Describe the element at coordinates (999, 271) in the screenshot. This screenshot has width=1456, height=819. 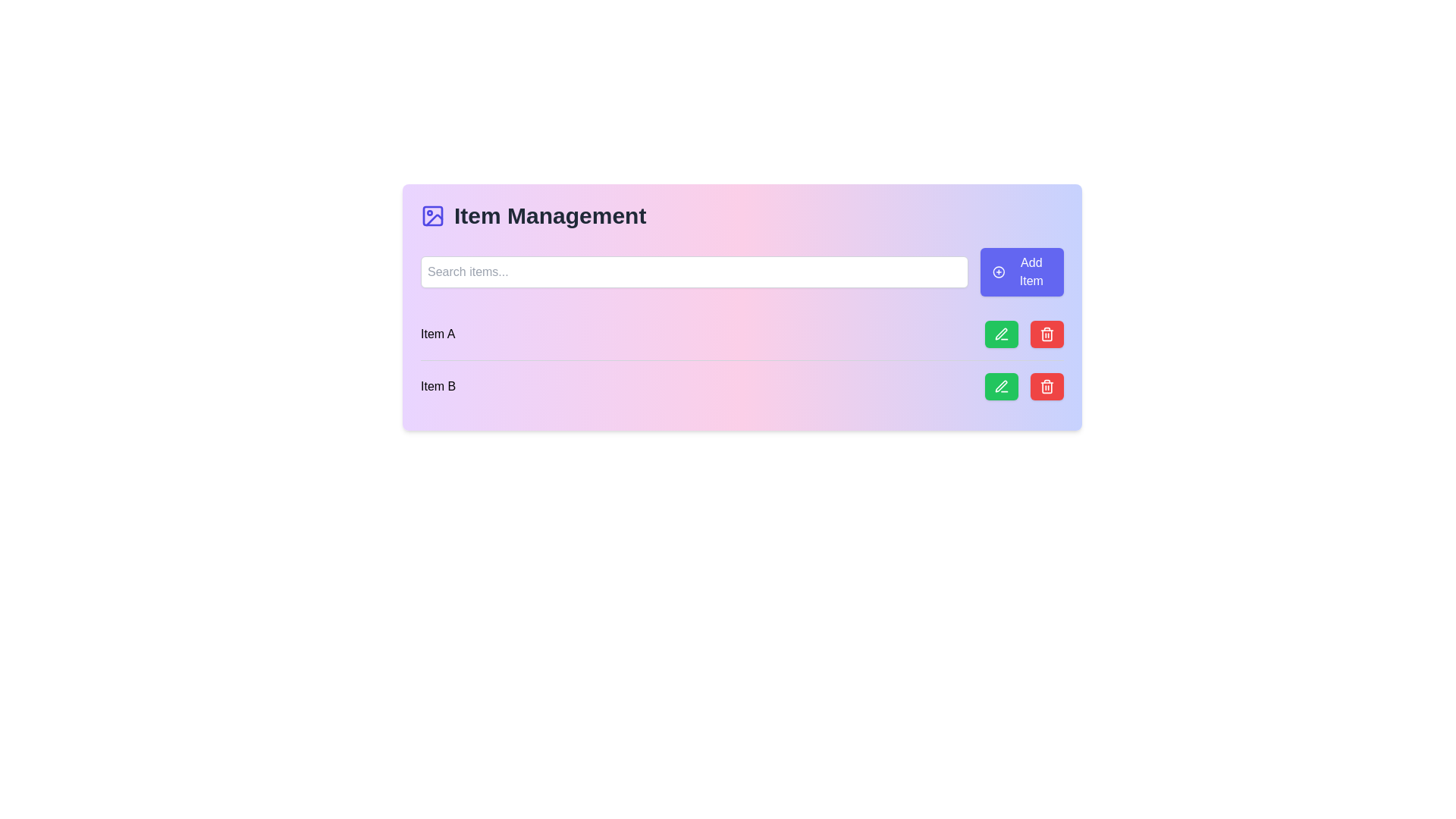
I see `the '+' Icon located within the 'Add Item' button, positioned towards the left-hand side of the button's rectangular area` at that location.